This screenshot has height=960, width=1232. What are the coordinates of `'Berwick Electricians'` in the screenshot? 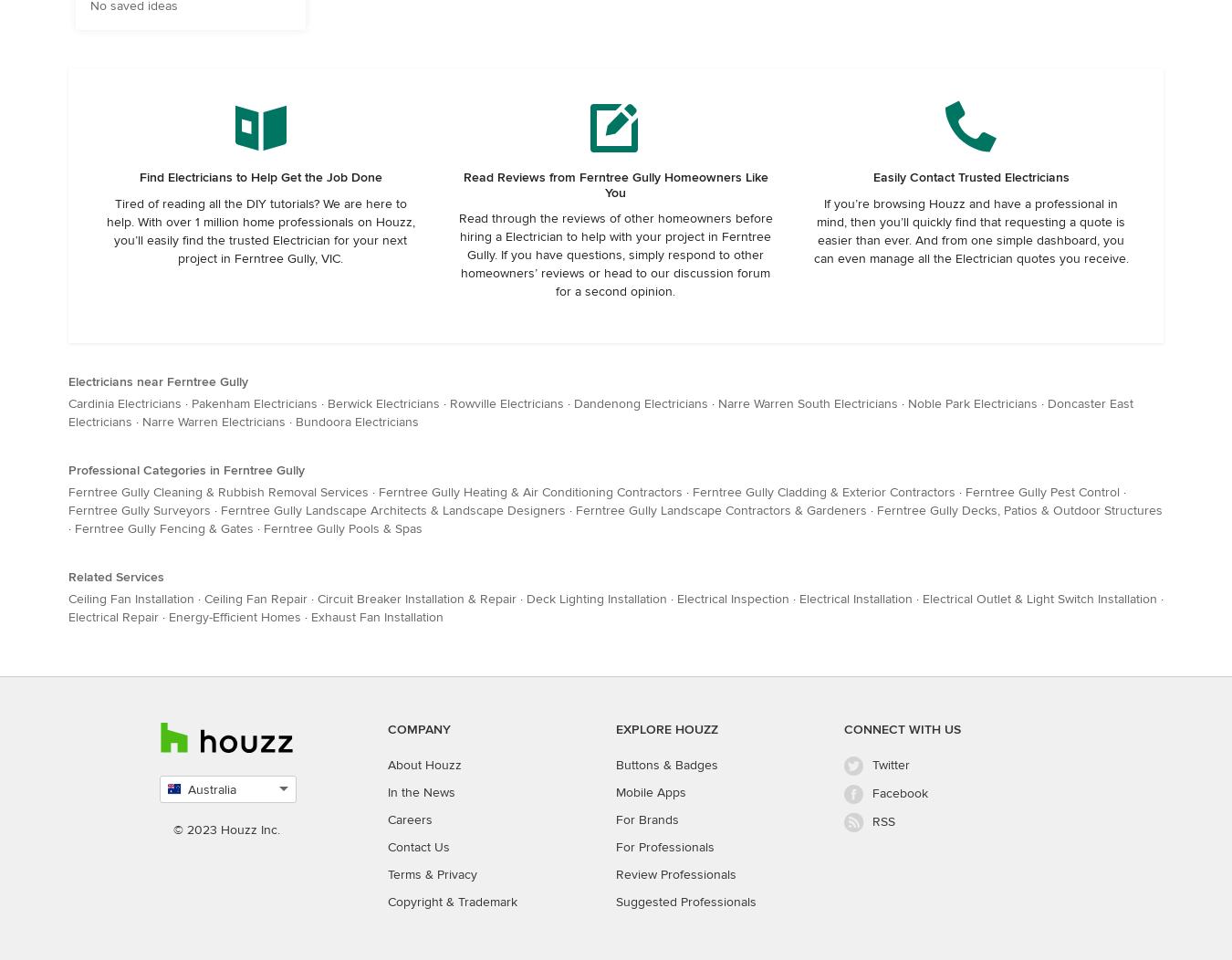 It's located at (383, 403).